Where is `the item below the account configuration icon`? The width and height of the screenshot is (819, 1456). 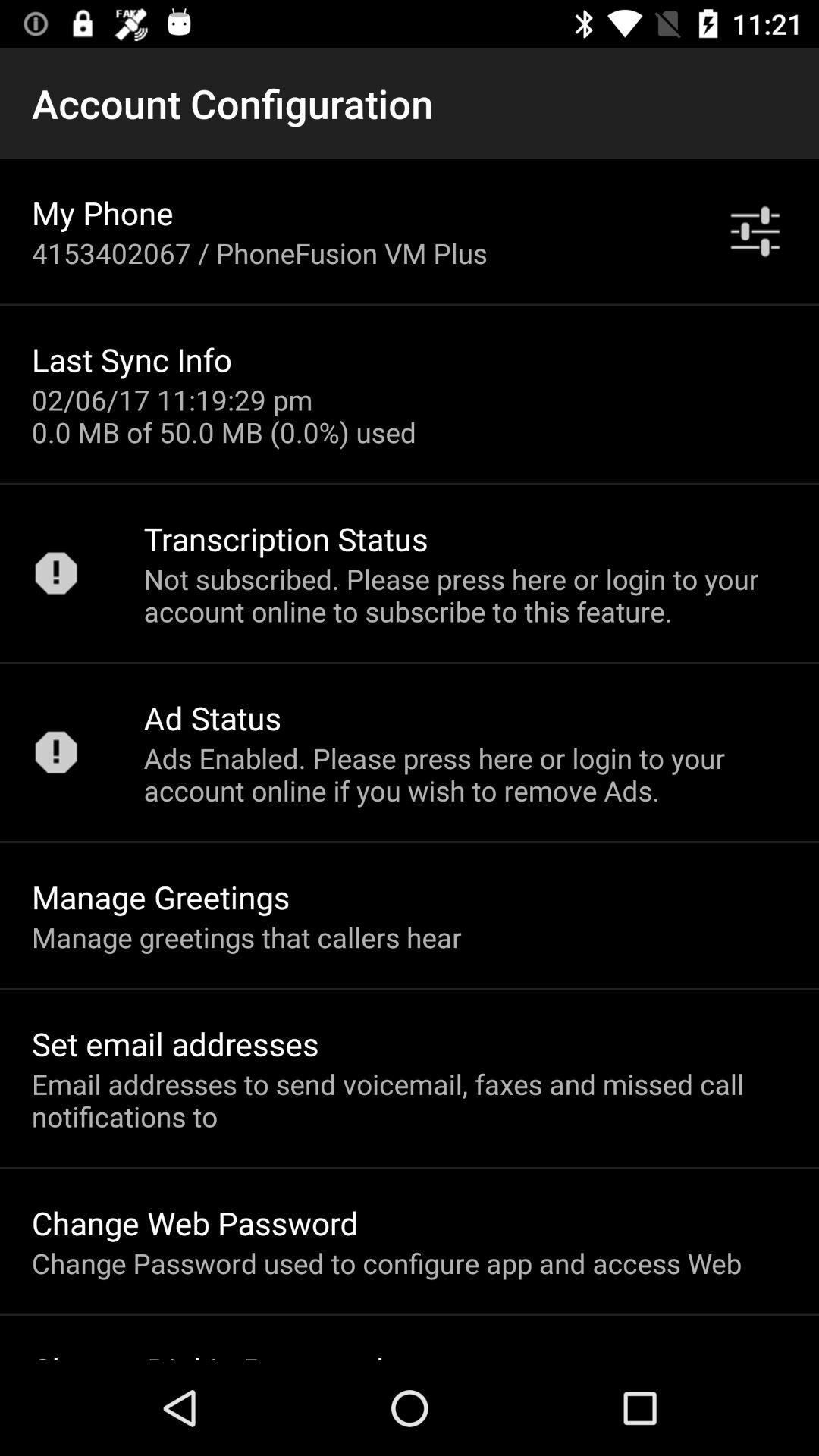
the item below the account configuration icon is located at coordinates (102, 212).